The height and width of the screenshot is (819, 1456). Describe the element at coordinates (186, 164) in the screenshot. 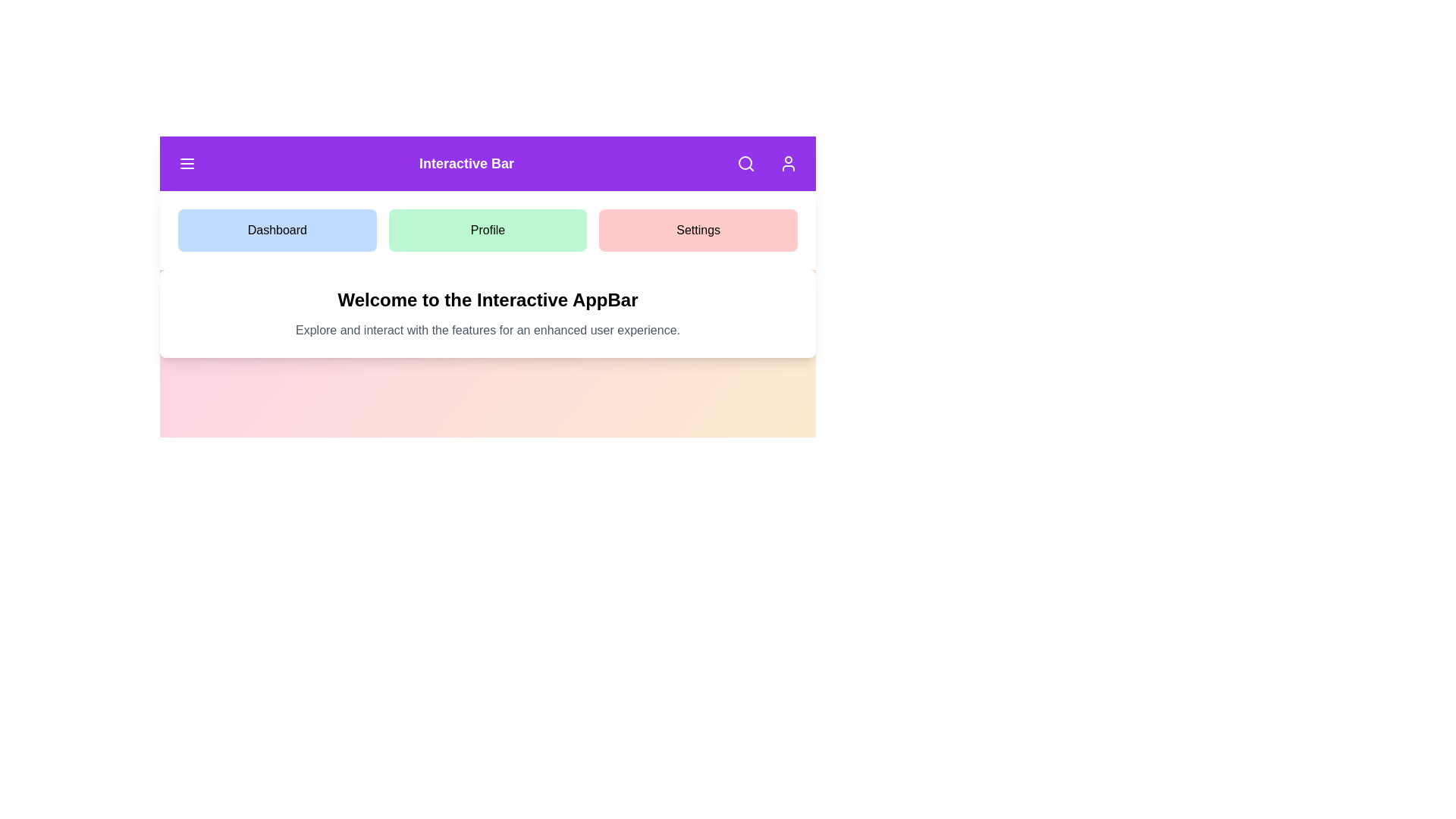

I see `the menu icon to toggle the visibility of the menu` at that location.